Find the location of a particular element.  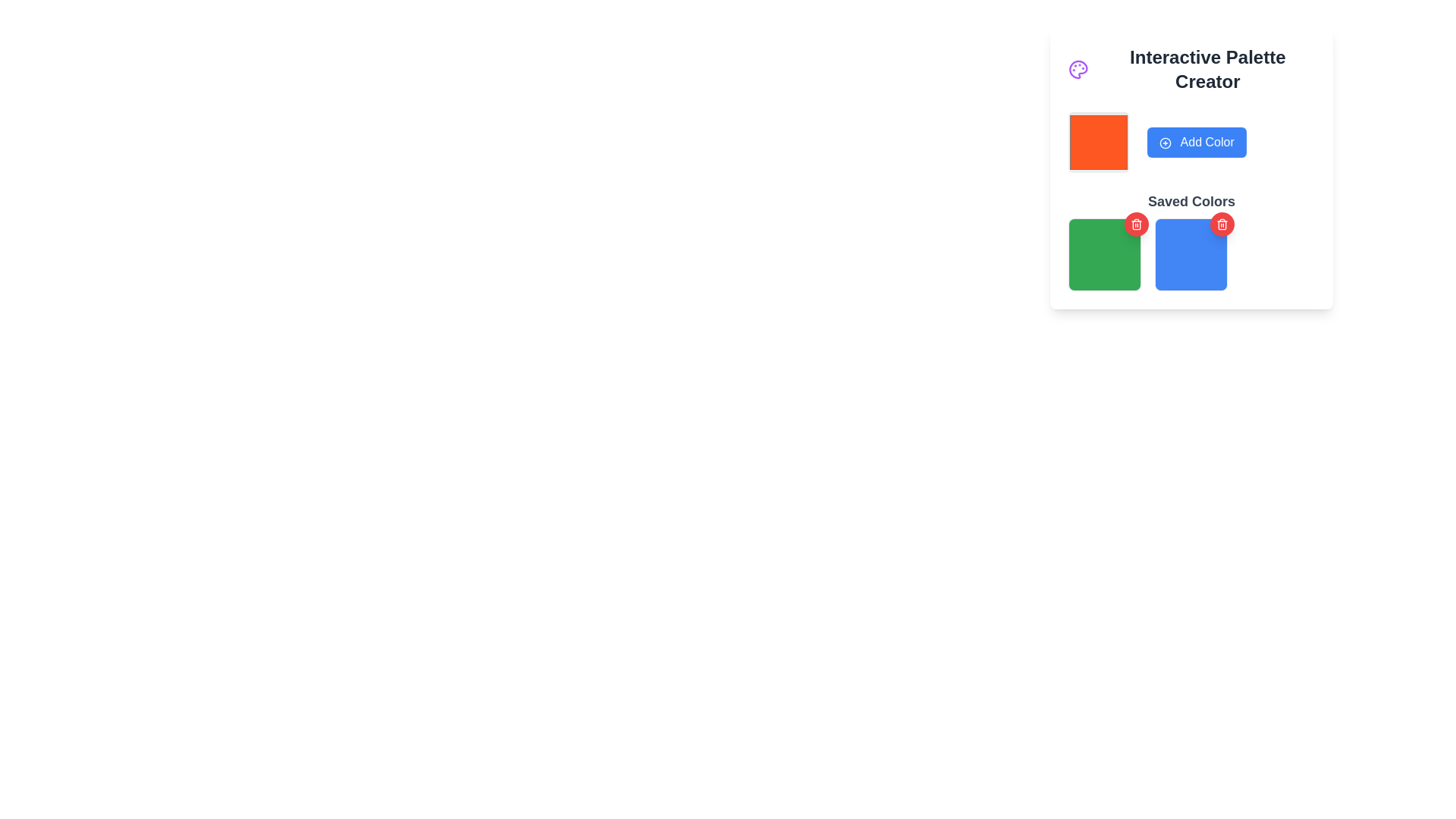

the 'Add Color' icon located to the left of the text label is located at coordinates (1164, 143).